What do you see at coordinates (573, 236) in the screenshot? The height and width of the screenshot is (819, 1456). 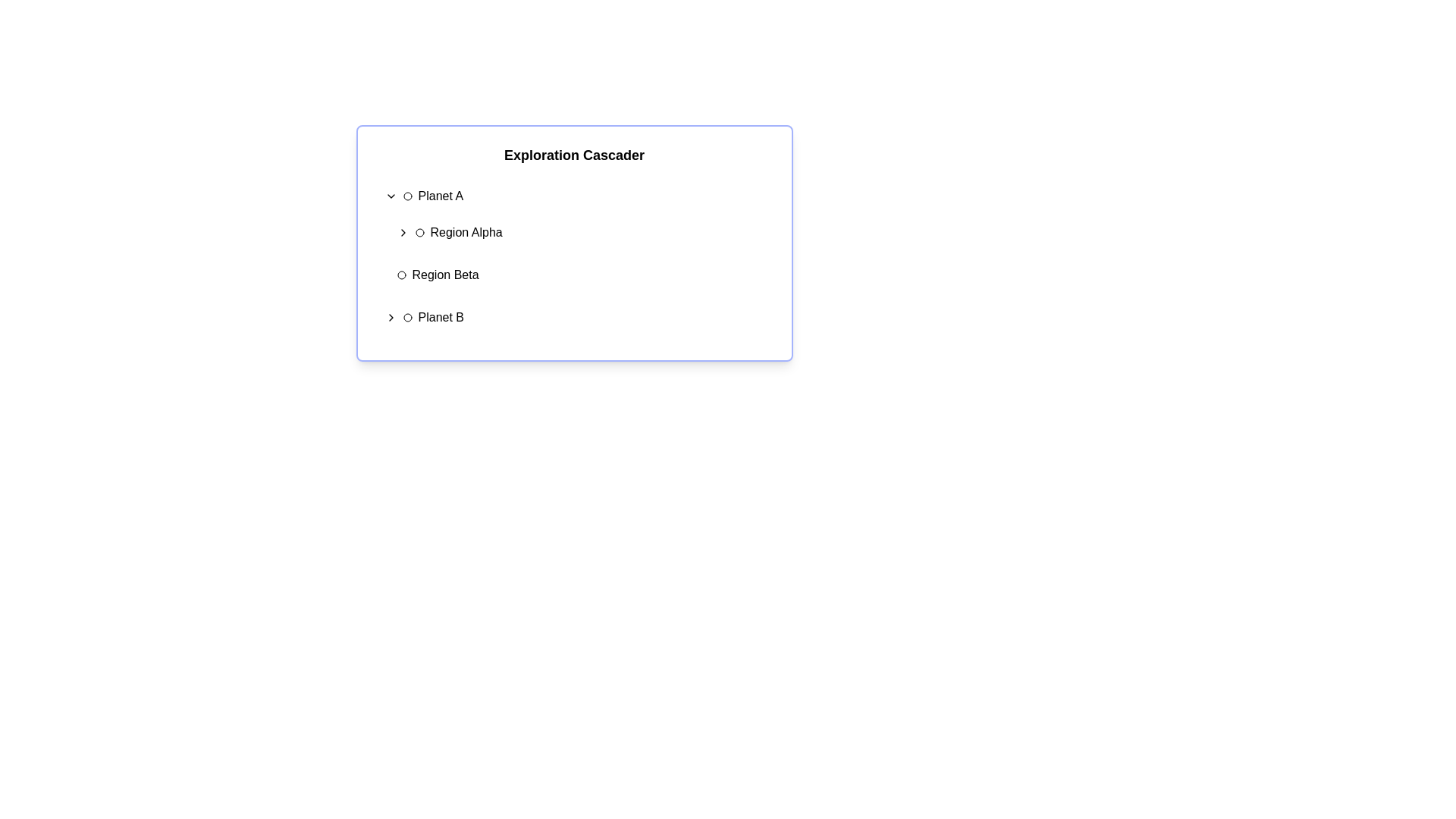 I see `the textual group containing the title 'Planet A' and sub-regions 'Region Alpha' and 'Region Beta', which is the first element among its siblings positioned at the upper section of the layout` at bounding box center [573, 236].